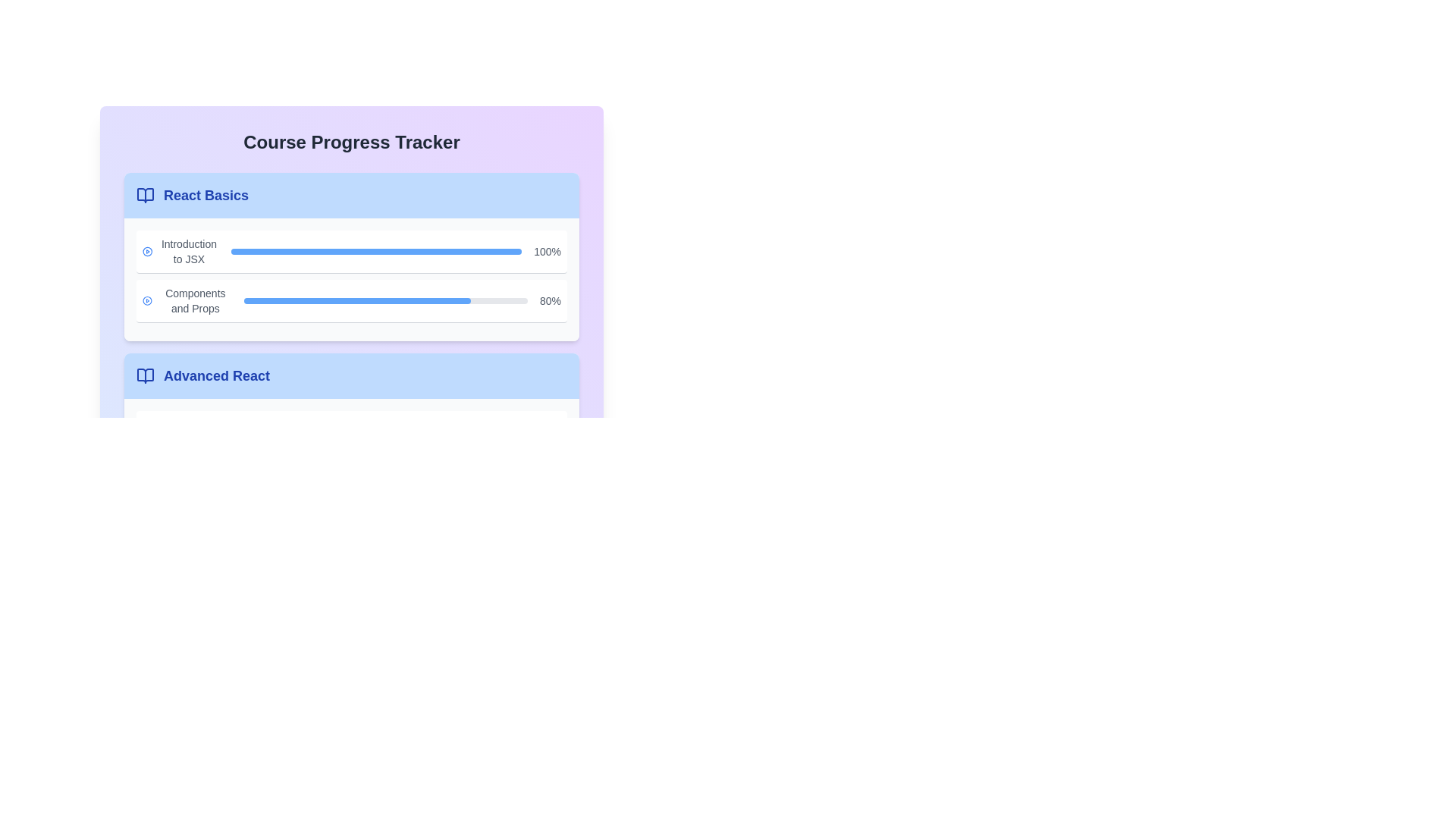 Image resolution: width=1456 pixels, height=819 pixels. What do you see at coordinates (194, 301) in the screenshot?
I see `the text label displaying 'Components and Props', which is the second item in the list of course topics under the 'React Basics' section` at bounding box center [194, 301].